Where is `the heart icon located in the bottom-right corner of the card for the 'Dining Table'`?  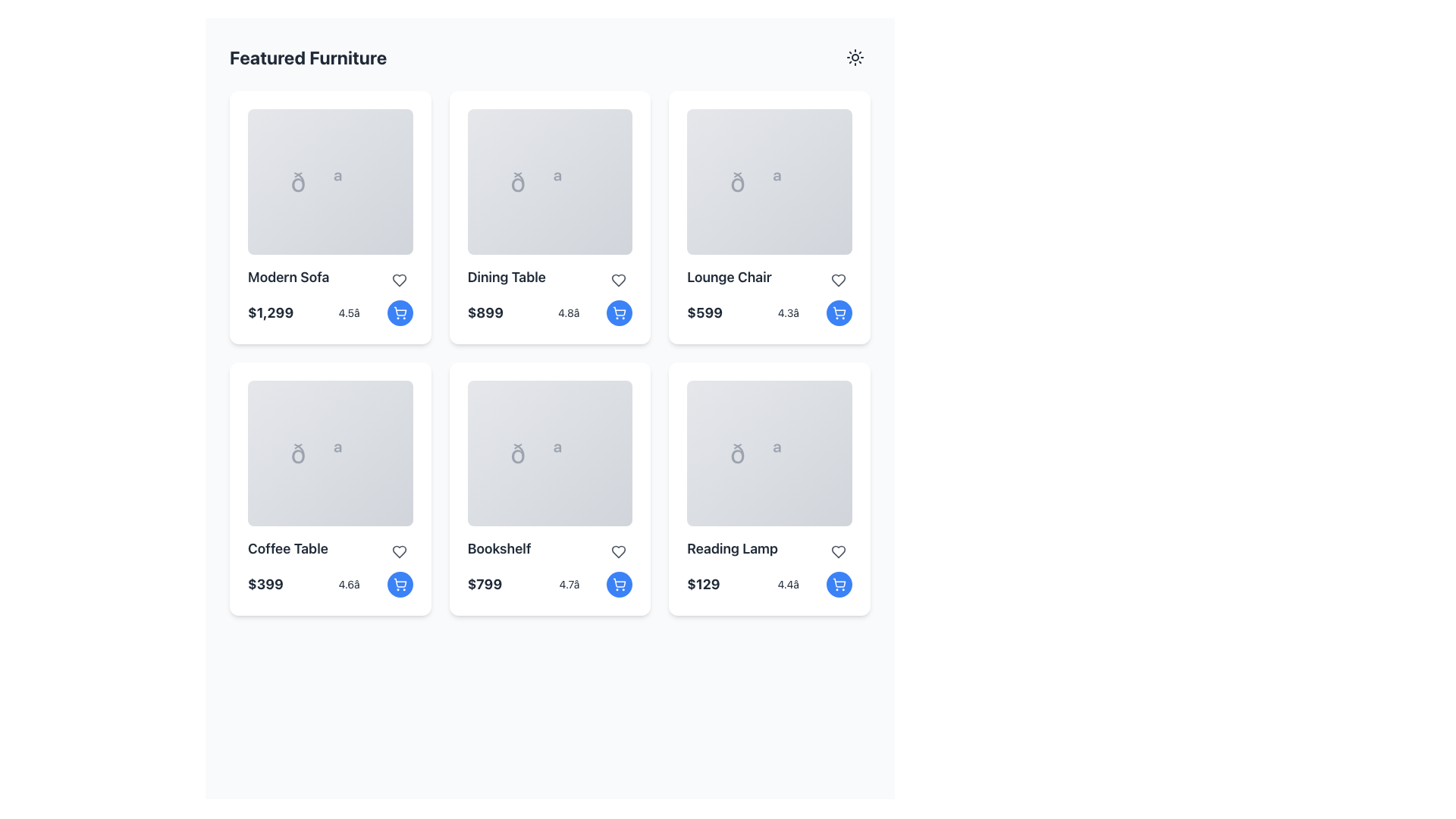
the heart icon located in the bottom-right corner of the card for the 'Dining Table' is located at coordinates (619, 281).